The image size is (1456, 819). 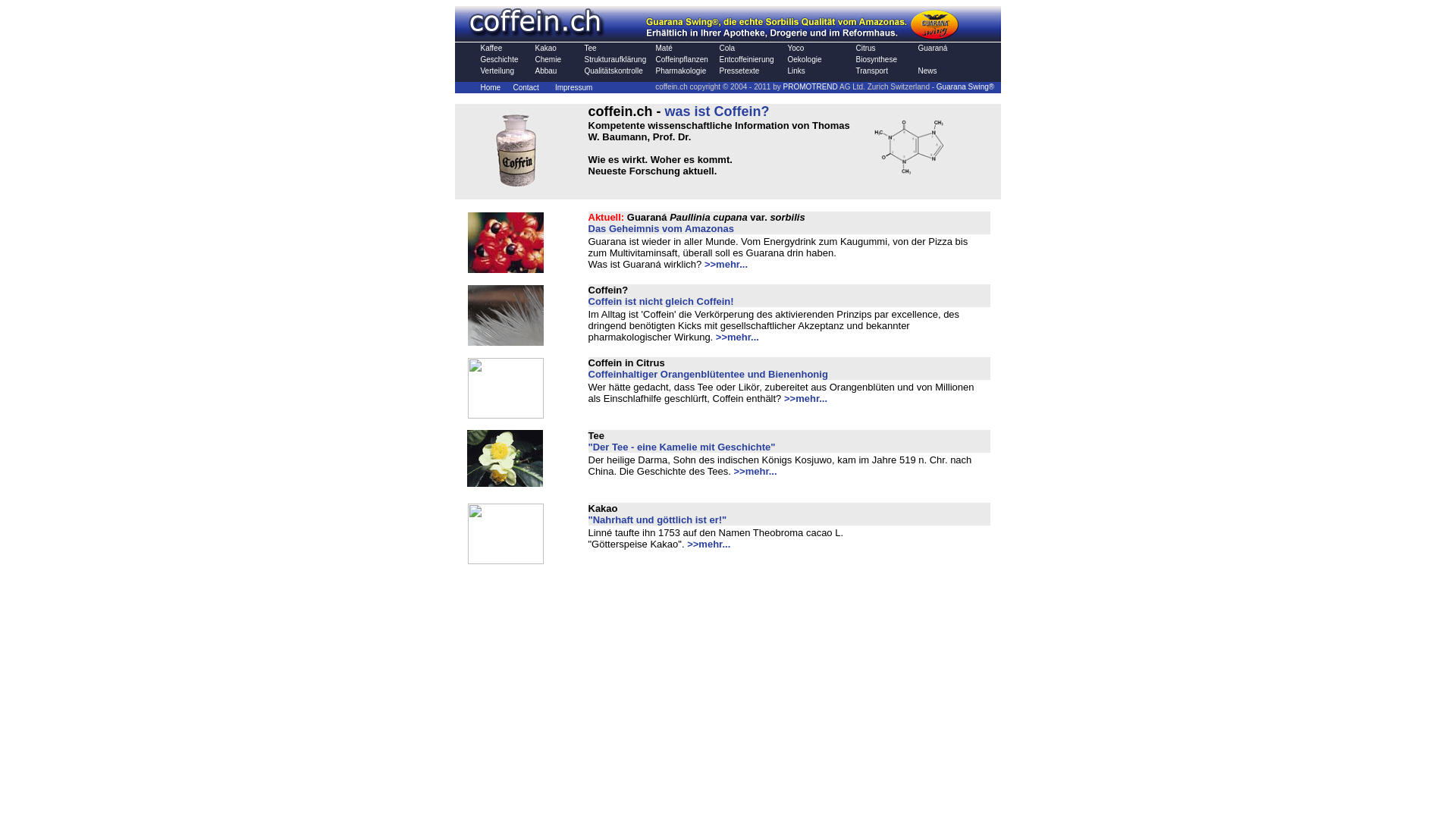 I want to click on '>>mehr...', so click(x=704, y=263).